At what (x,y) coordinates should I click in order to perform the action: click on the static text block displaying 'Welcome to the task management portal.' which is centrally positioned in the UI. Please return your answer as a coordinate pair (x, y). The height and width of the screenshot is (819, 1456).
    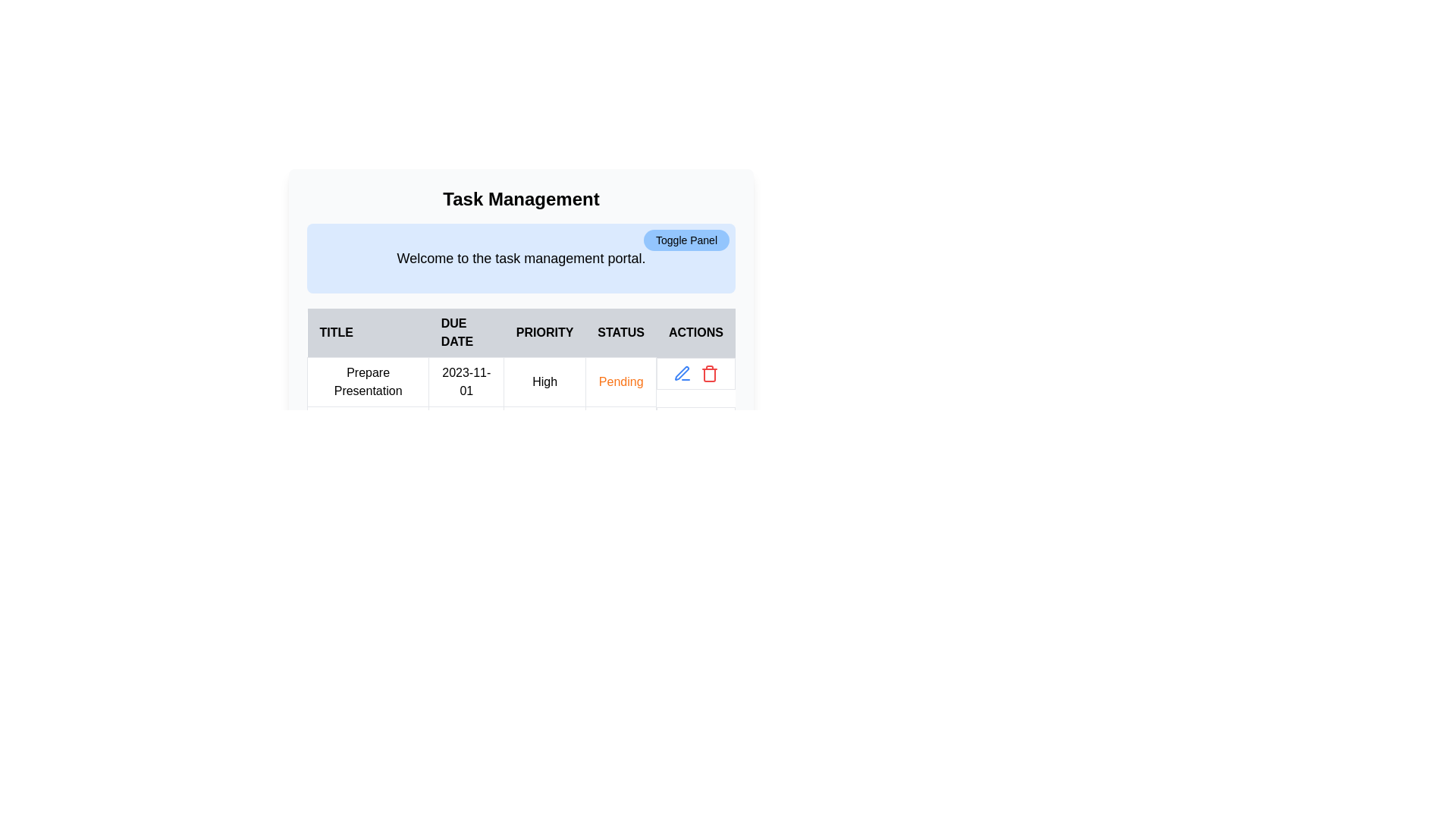
    Looking at the image, I should click on (521, 257).